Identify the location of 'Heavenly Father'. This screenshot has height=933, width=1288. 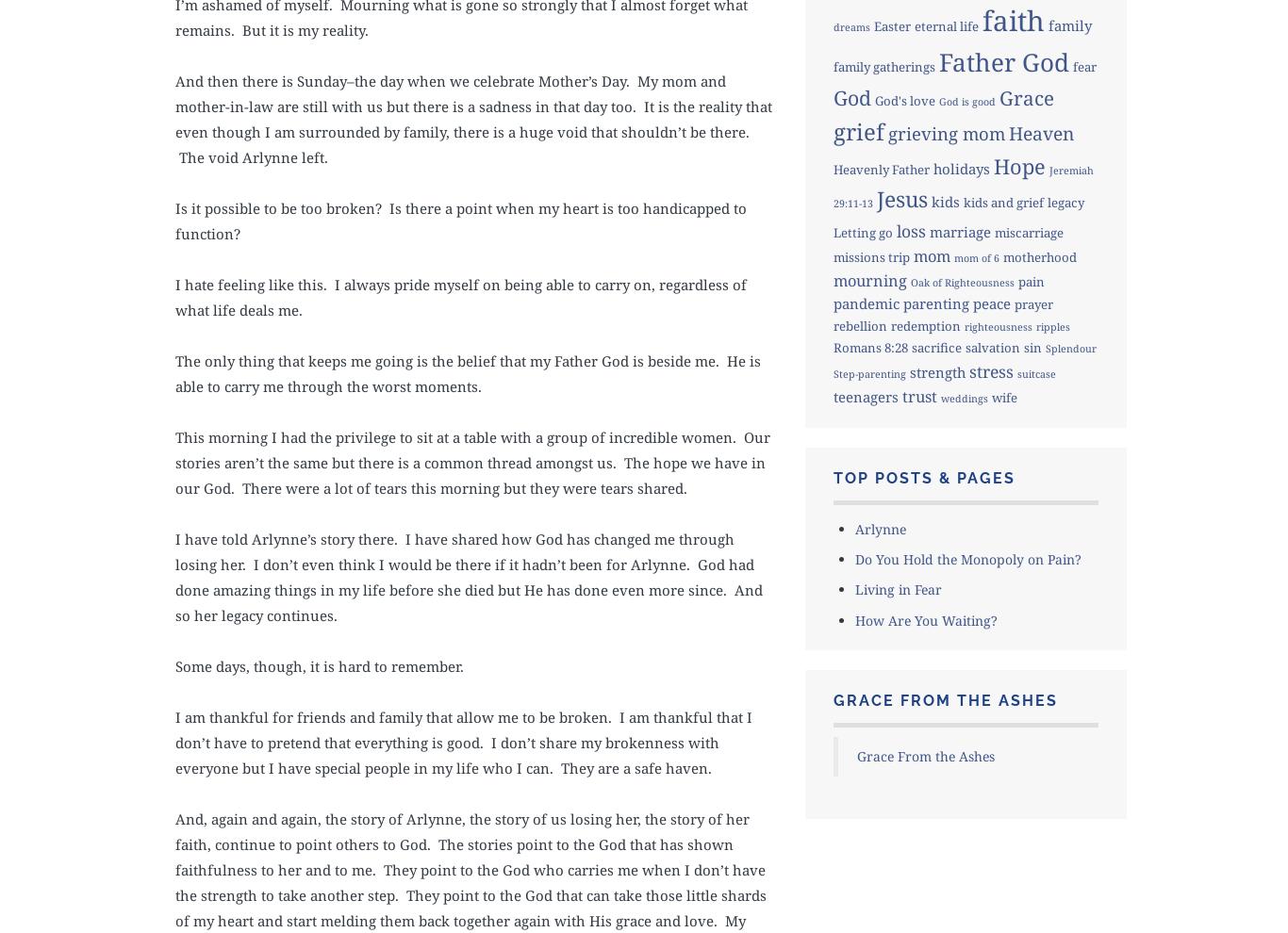
(880, 168).